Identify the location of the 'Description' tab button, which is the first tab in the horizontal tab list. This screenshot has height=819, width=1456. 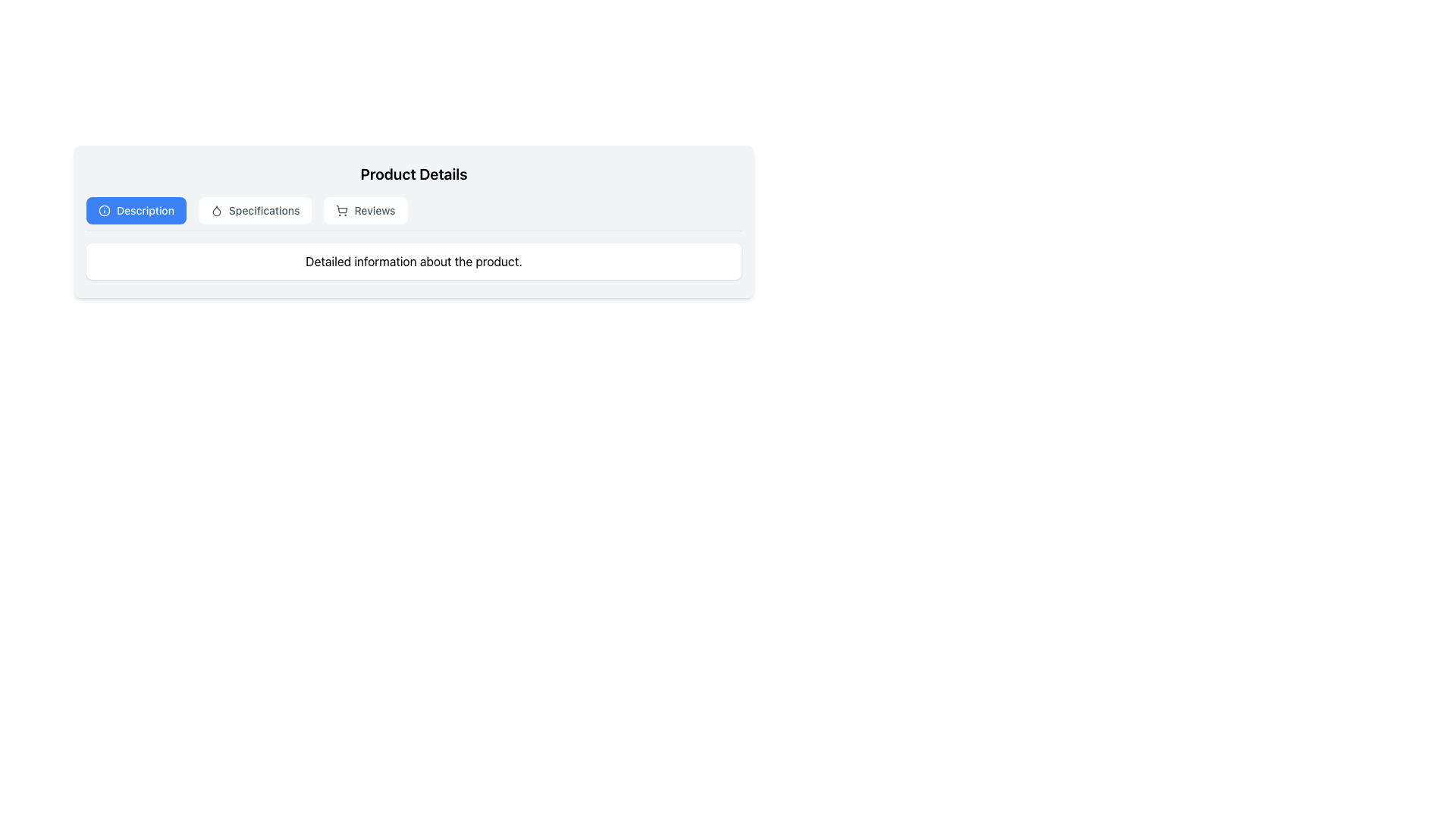
(136, 210).